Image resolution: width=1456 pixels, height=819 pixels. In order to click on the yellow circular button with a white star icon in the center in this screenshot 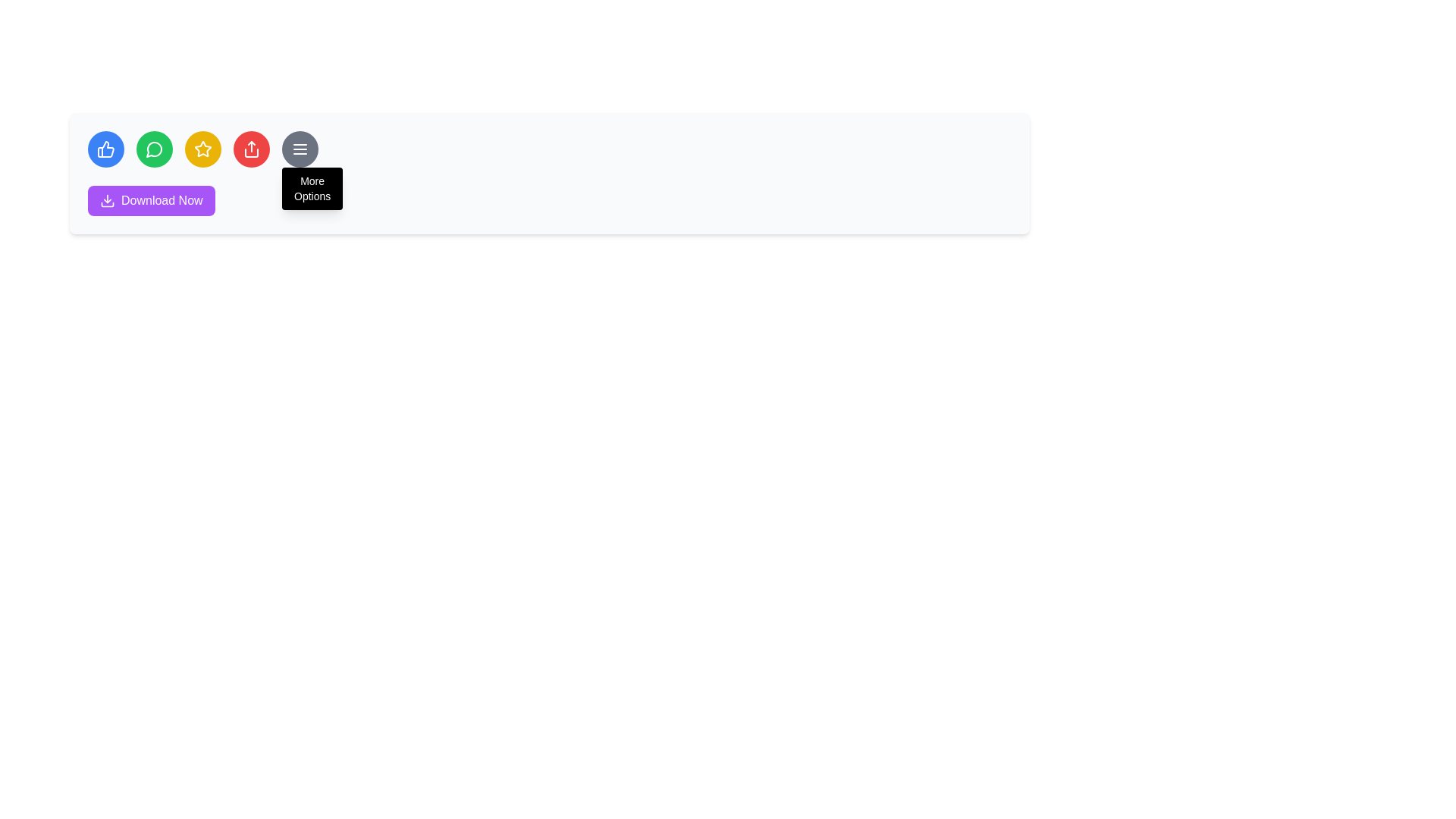, I will do `click(202, 149)`.